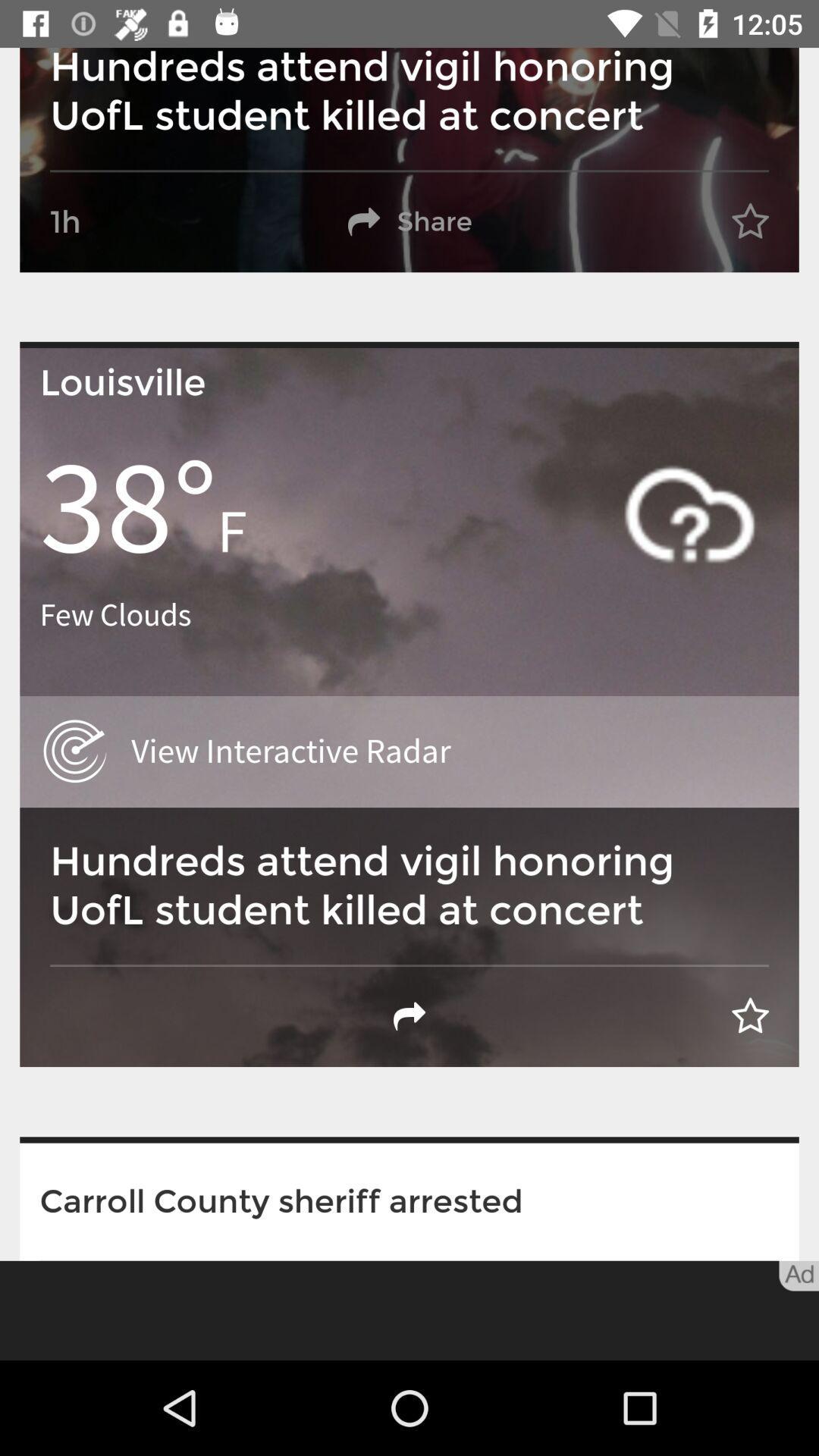 This screenshot has height=1456, width=819. Describe the element at coordinates (409, 706) in the screenshot. I see `tap on the second image from top` at that location.